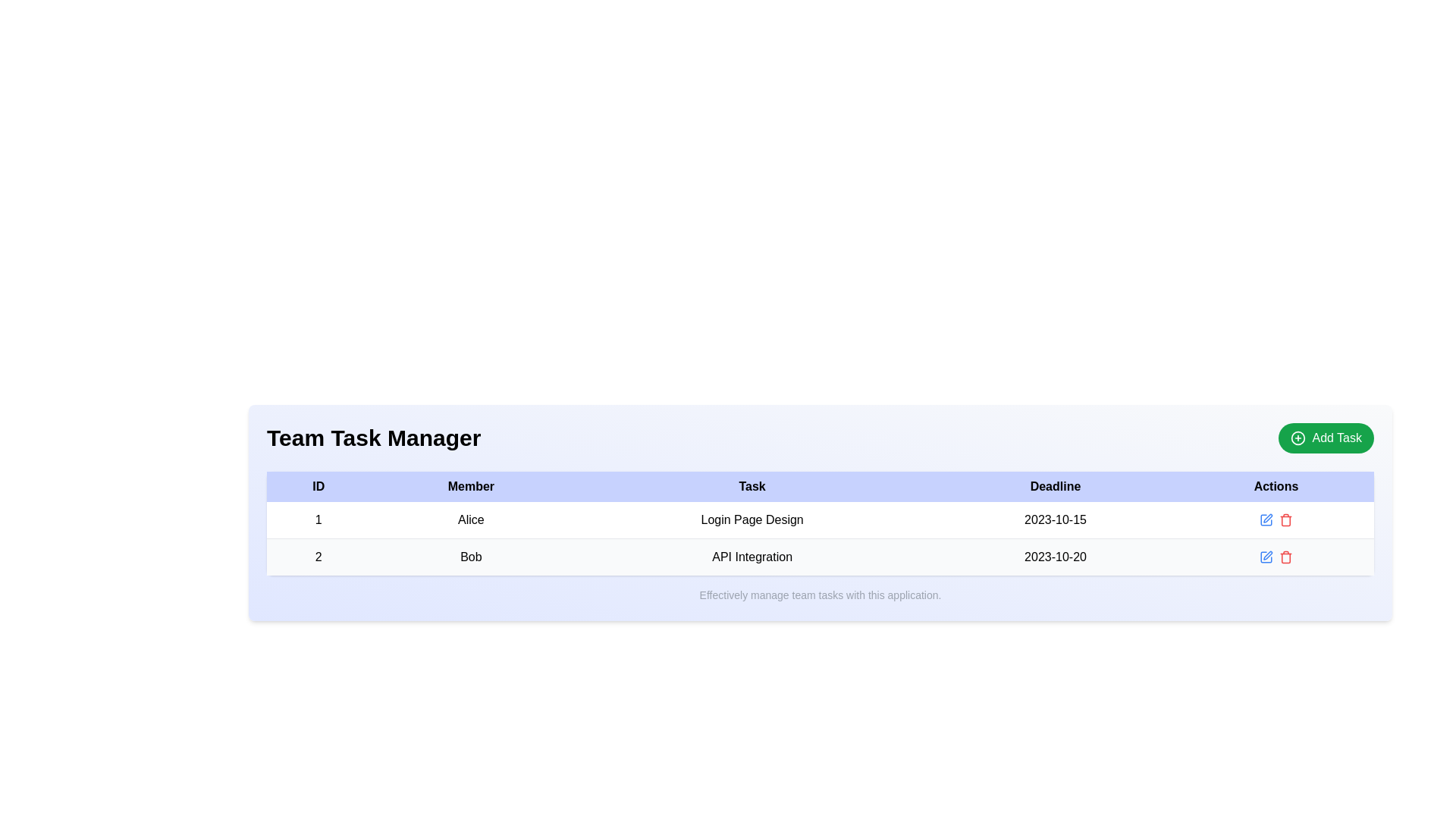 The image size is (1456, 819). What do you see at coordinates (1268, 517) in the screenshot?
I see `the 'Edit' icon located in the 'Actions' column of the table for the first task entry (Alice's task) to modify its details` at bounding box center [1268, 517].